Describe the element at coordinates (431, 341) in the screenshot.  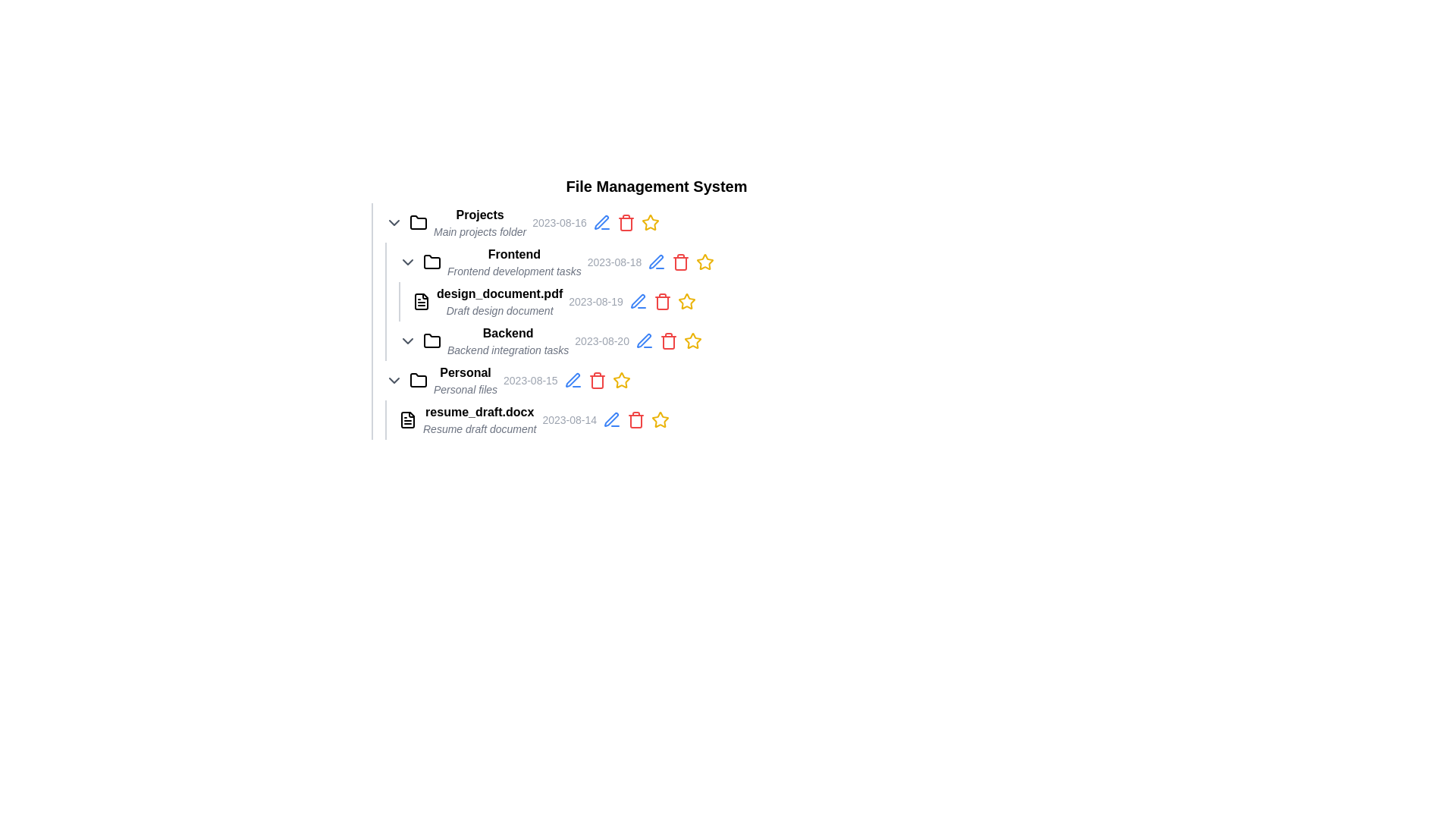
I see `the open folder icon located to the left of the 'Backend' text` at that location.